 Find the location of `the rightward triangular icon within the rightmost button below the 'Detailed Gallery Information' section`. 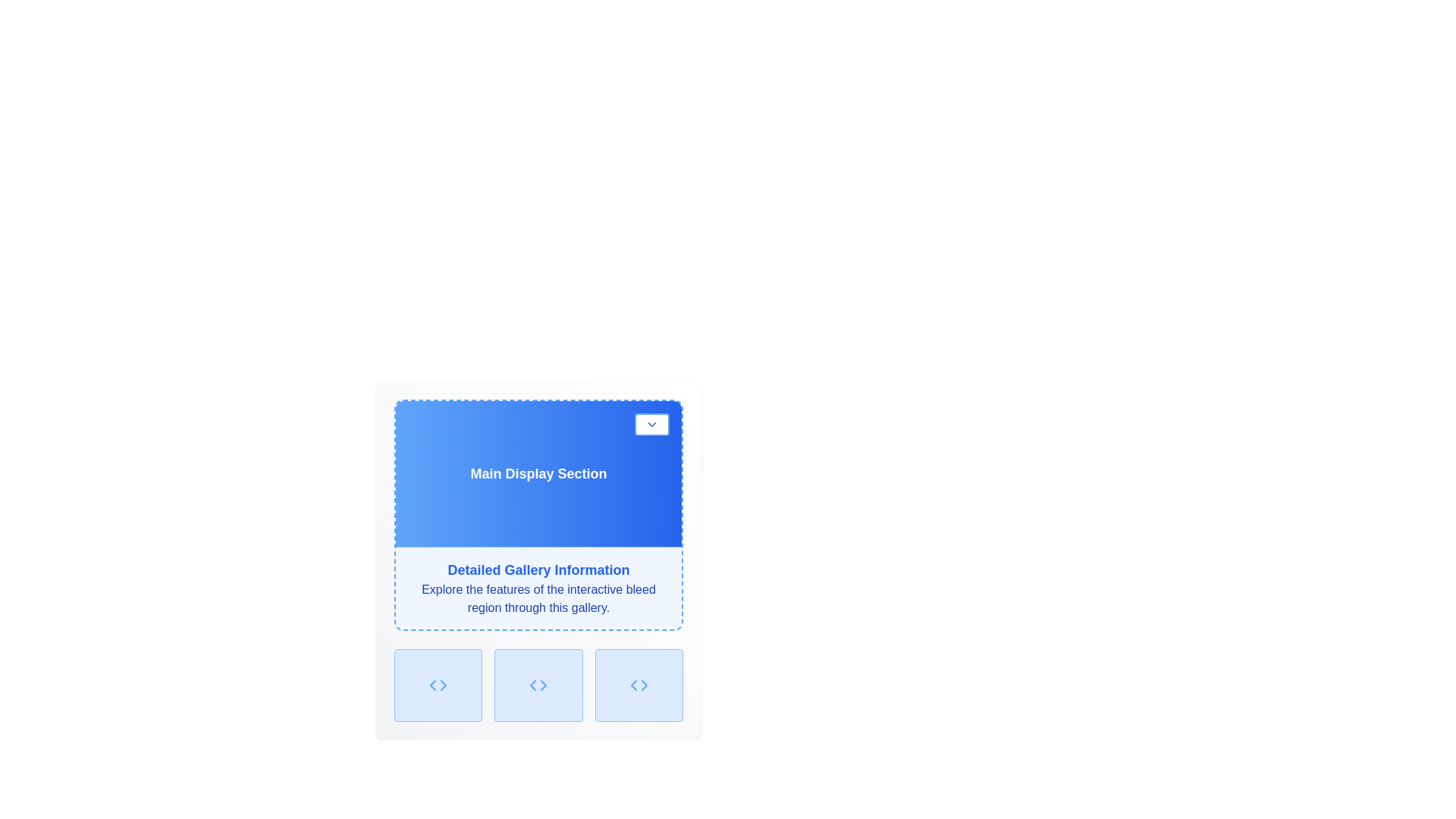

the rightward triangular icon within the rightmost button below the 'Detailed Gallery Information' section is located at coordinates (644, 685).